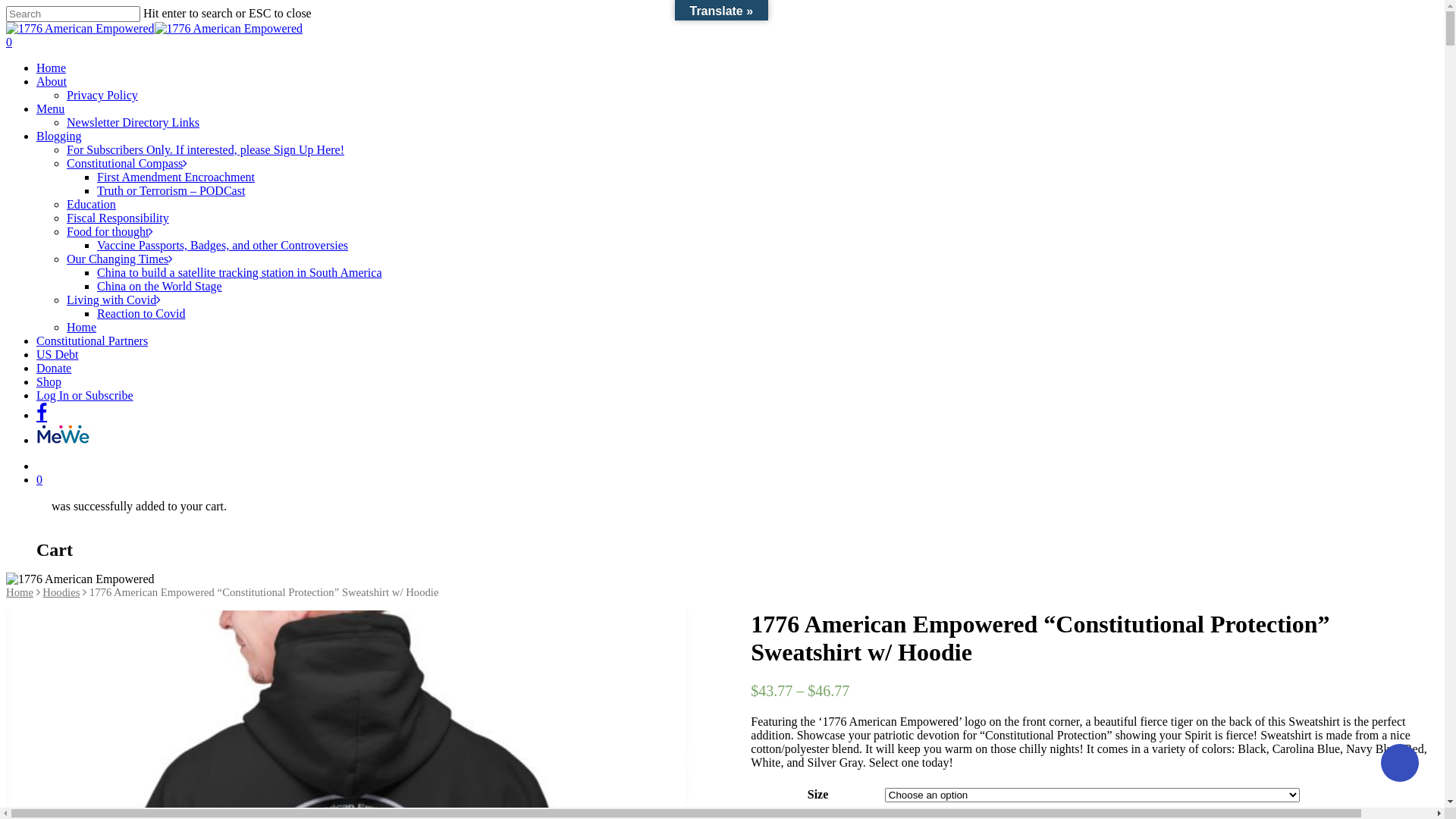  I want to click on 'Reaction to Covid', so click(141, 312).